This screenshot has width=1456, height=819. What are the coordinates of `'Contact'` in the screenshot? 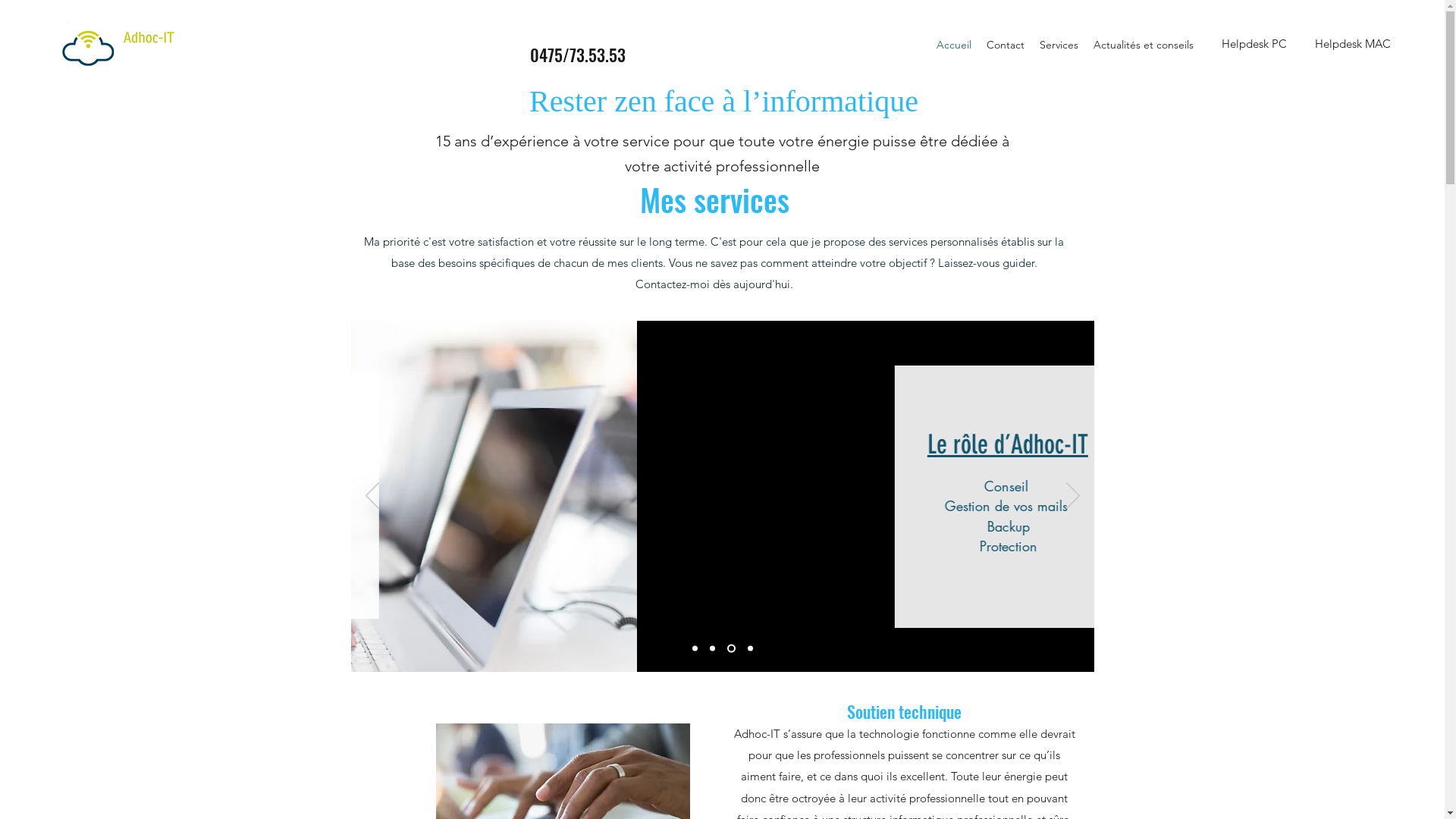 It's located at (979, 43).